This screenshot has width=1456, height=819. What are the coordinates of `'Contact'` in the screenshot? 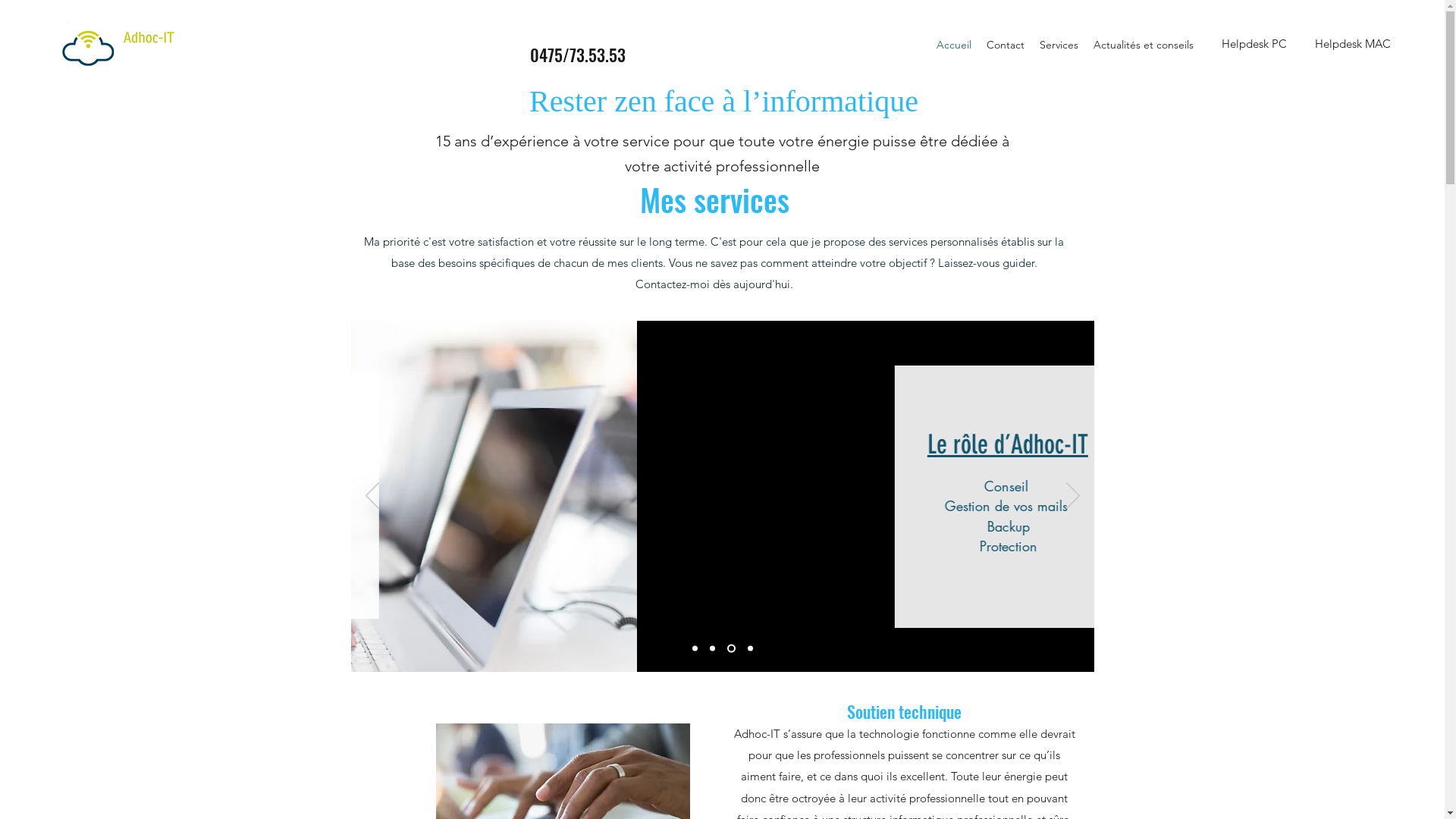 It's located at (979, 43).